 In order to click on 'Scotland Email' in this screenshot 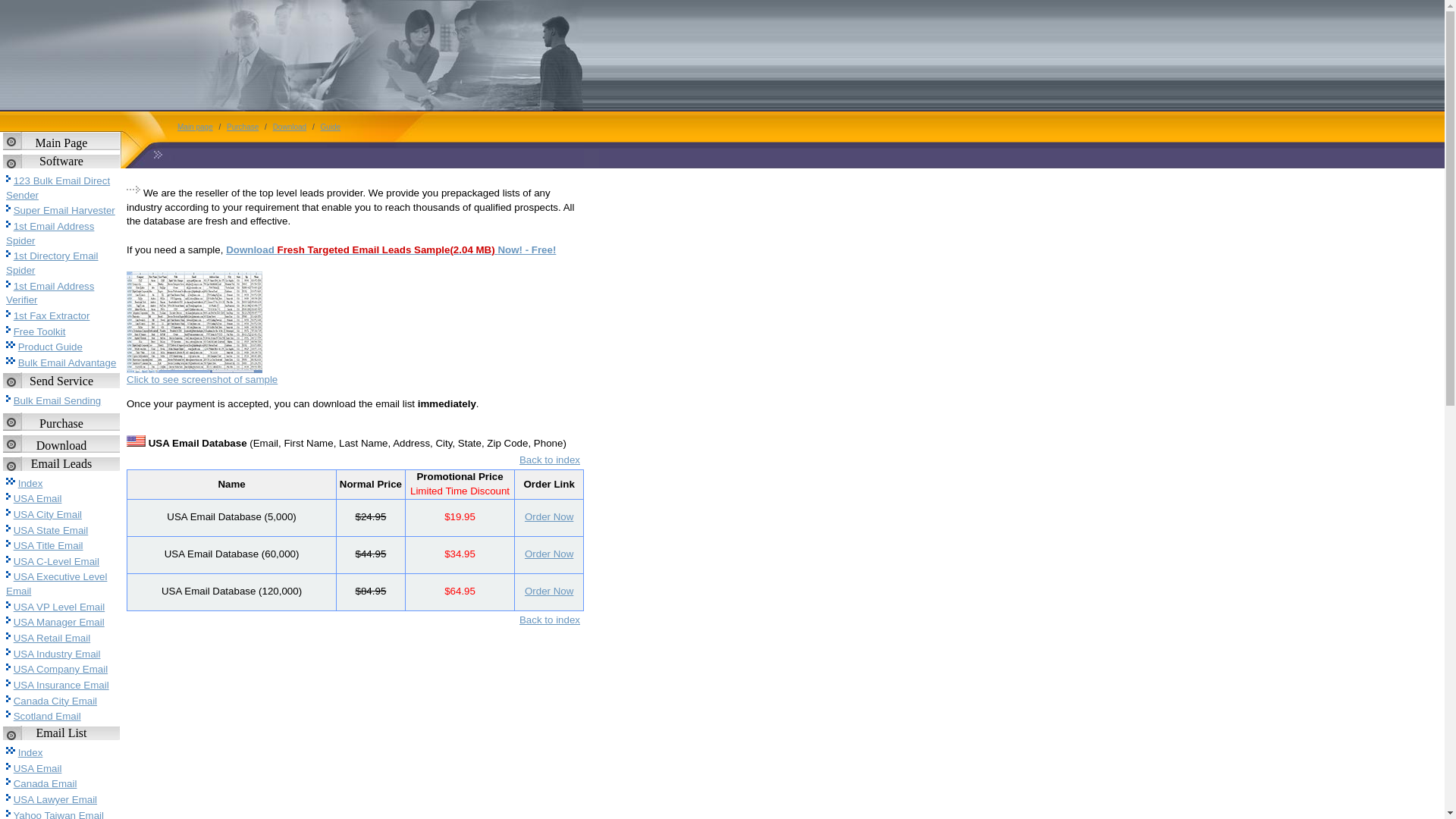, I will do `click(47, 716)`.